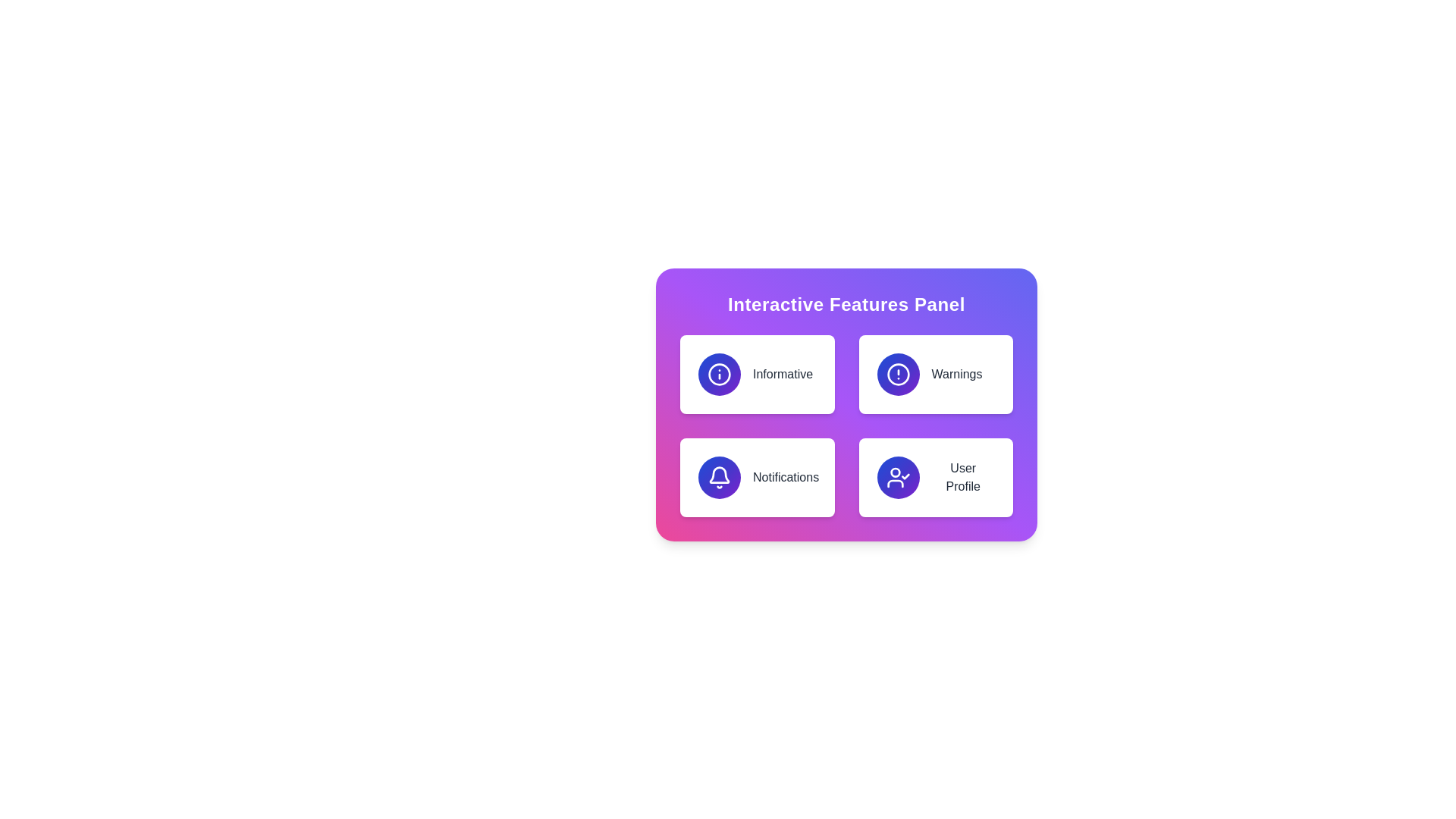  Describe the element at coordinates (783, 374) in the screenshot. I see `the text label that displays 'Informative', which is styled with a medium font weight in grey color and located centrally below an icon within a card in the top-left quadrant of a four-card grid` at that location.